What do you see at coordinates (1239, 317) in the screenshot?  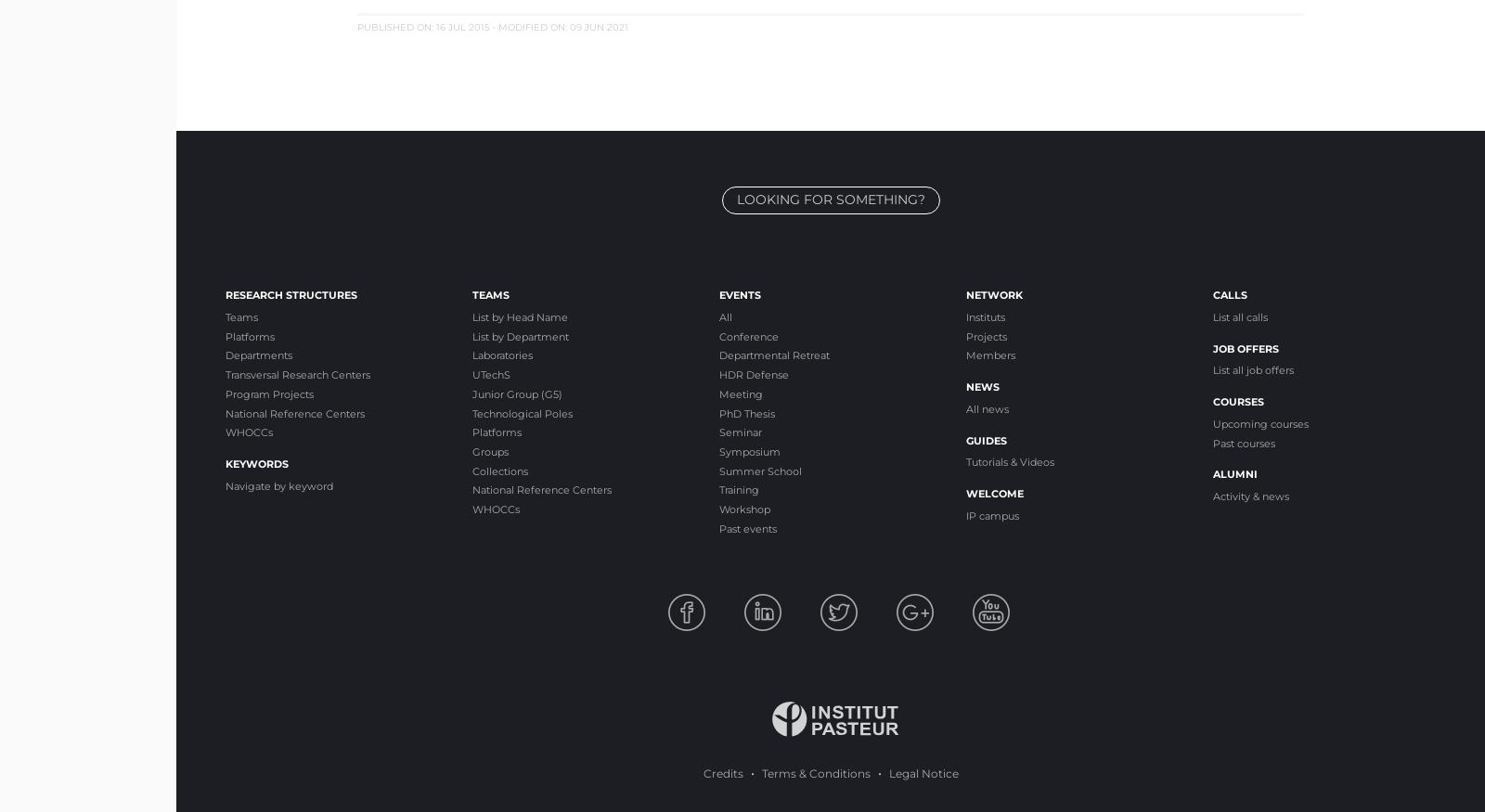 I see `'List all calls'` at bounding box center [1239, 317].